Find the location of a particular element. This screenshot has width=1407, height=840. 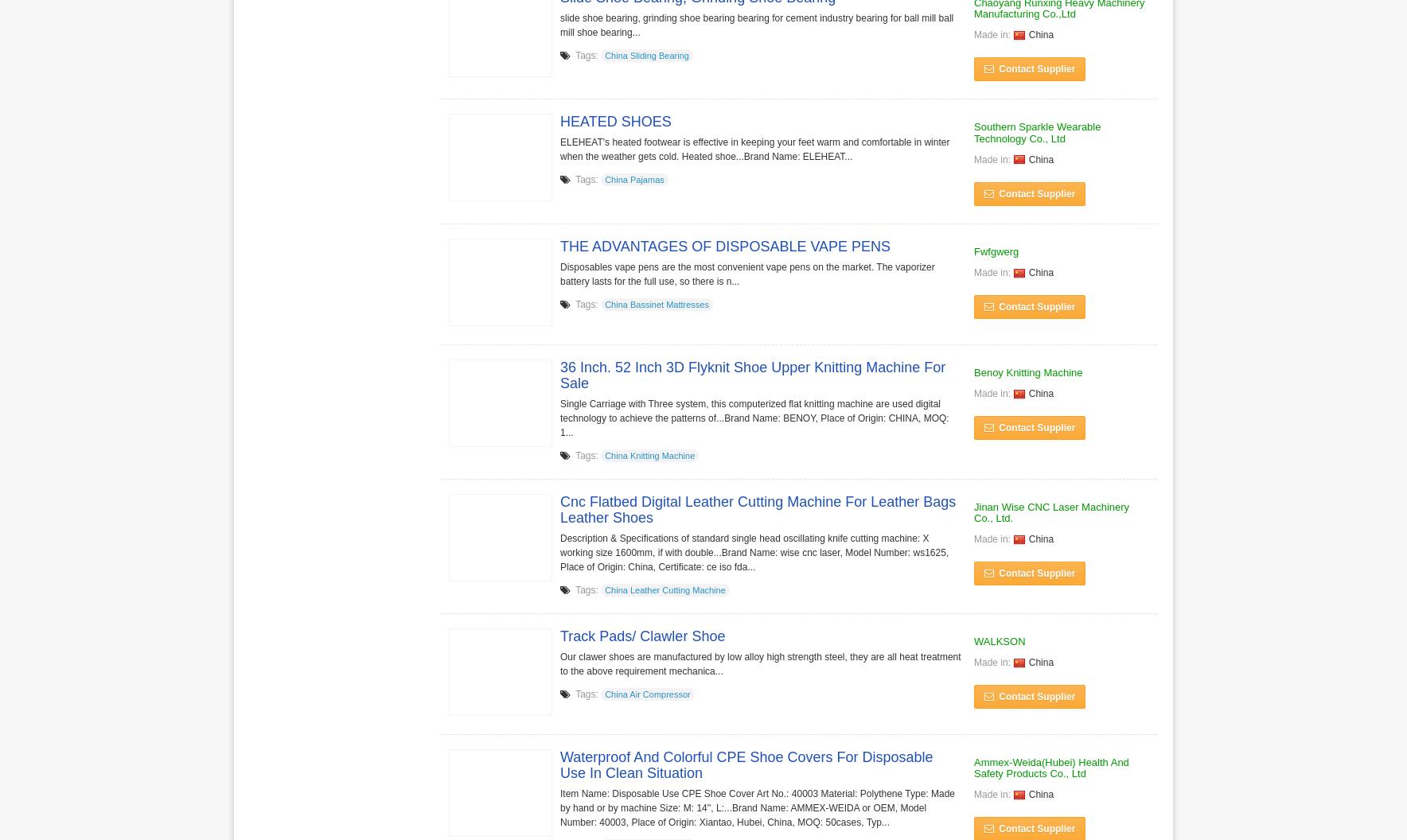

'36 Inch. 52 Inch 3D Flyknit Shoe Upper Knitting Machine For Sale' is located at coordinates (560, 373).